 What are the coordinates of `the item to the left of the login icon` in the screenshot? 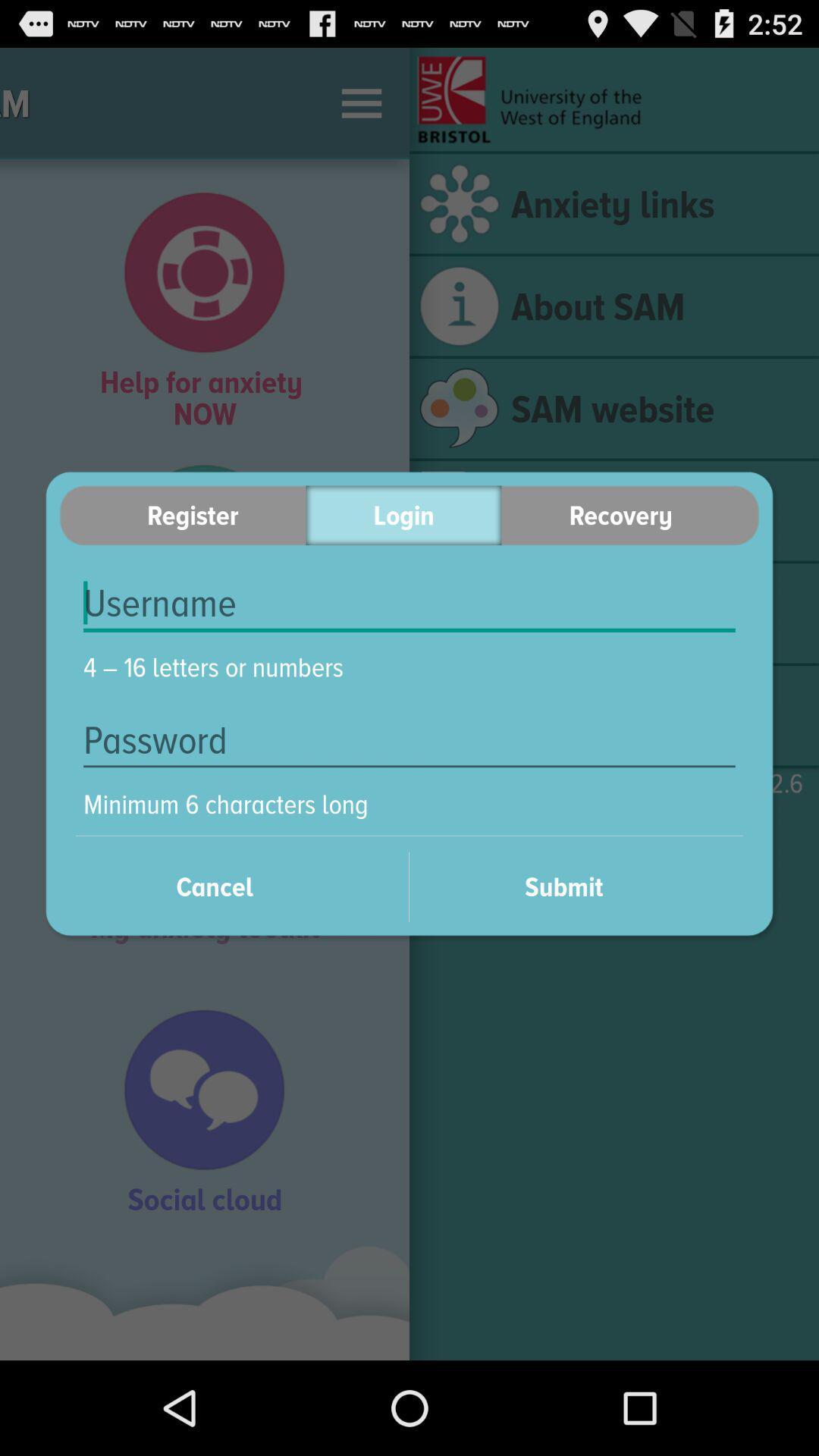 It's located at (182, 515).